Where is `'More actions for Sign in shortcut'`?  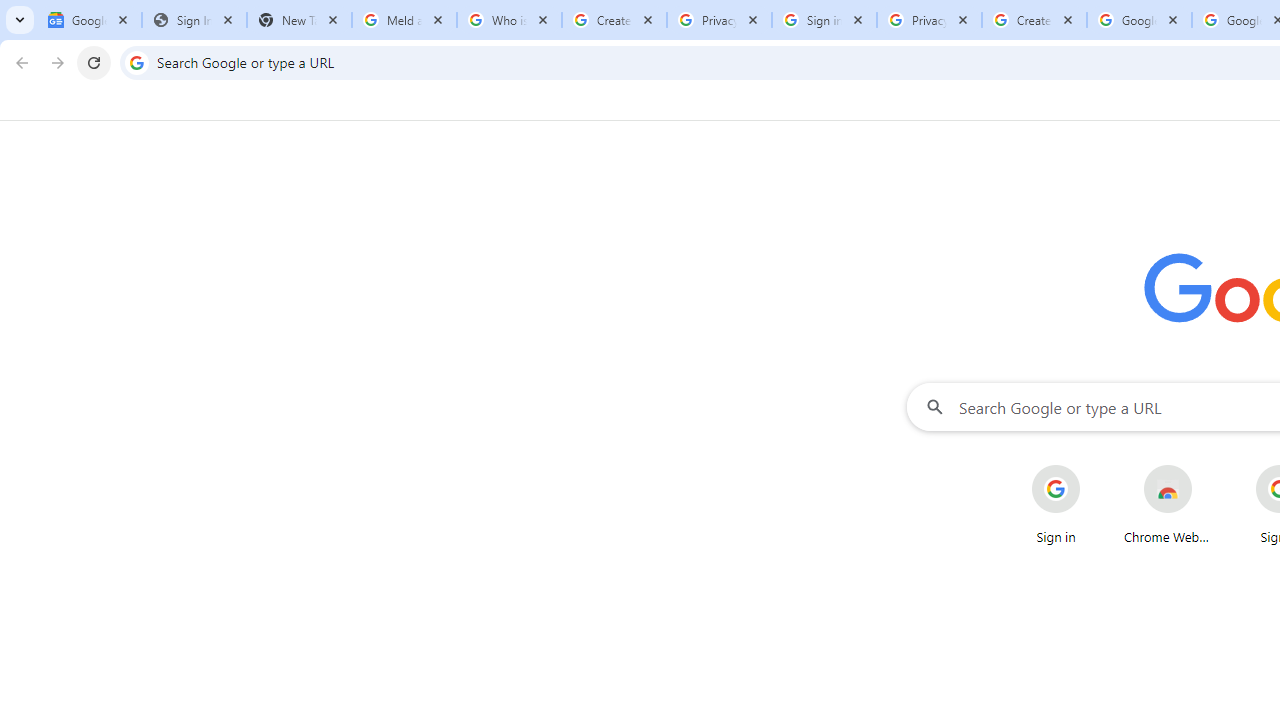 'More actions for Sign in shortcut' is located at coordinates (1094, 466).